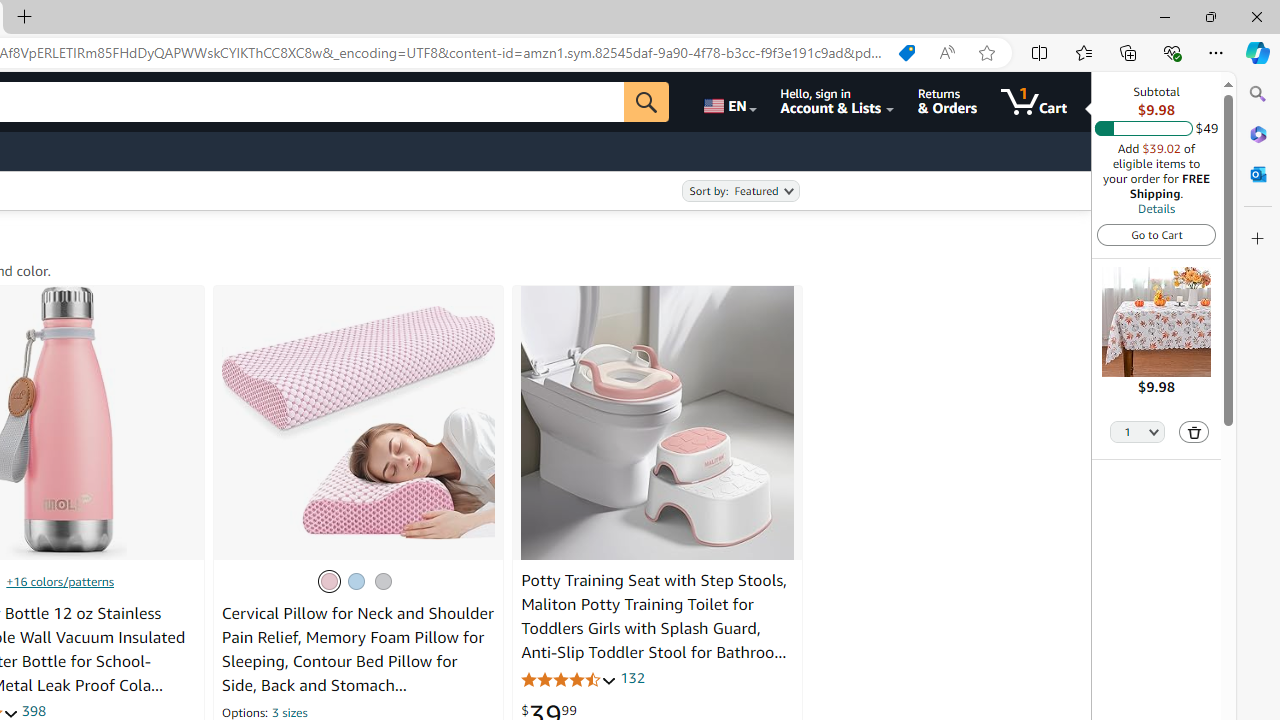 This screenshot has height=720, width=1280. What do you see at coordinates (568, 678) in the screenshot?
I see `'4.6 out of 5 stars'` at bounding box center [568, 678].